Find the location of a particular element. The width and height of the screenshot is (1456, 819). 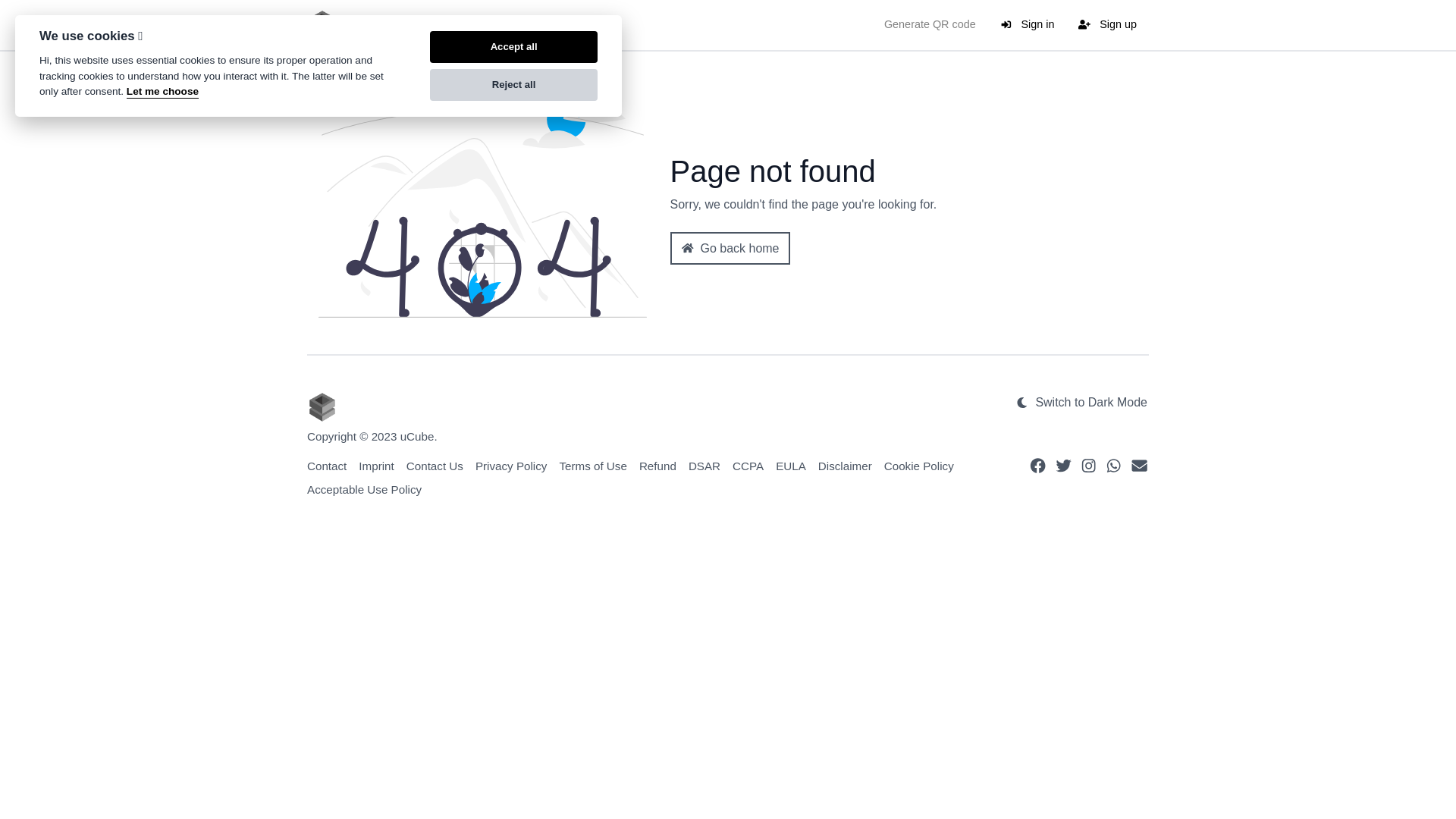

'Sign in' is located at coordinates (987, 25).